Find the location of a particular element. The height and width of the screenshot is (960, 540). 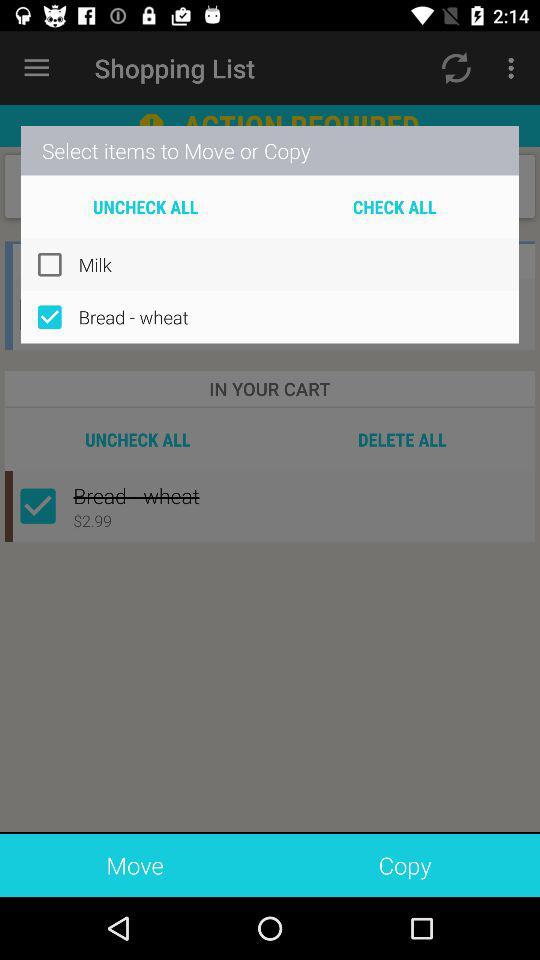

the icon below select items to icon is located at coordinates (394, 206).